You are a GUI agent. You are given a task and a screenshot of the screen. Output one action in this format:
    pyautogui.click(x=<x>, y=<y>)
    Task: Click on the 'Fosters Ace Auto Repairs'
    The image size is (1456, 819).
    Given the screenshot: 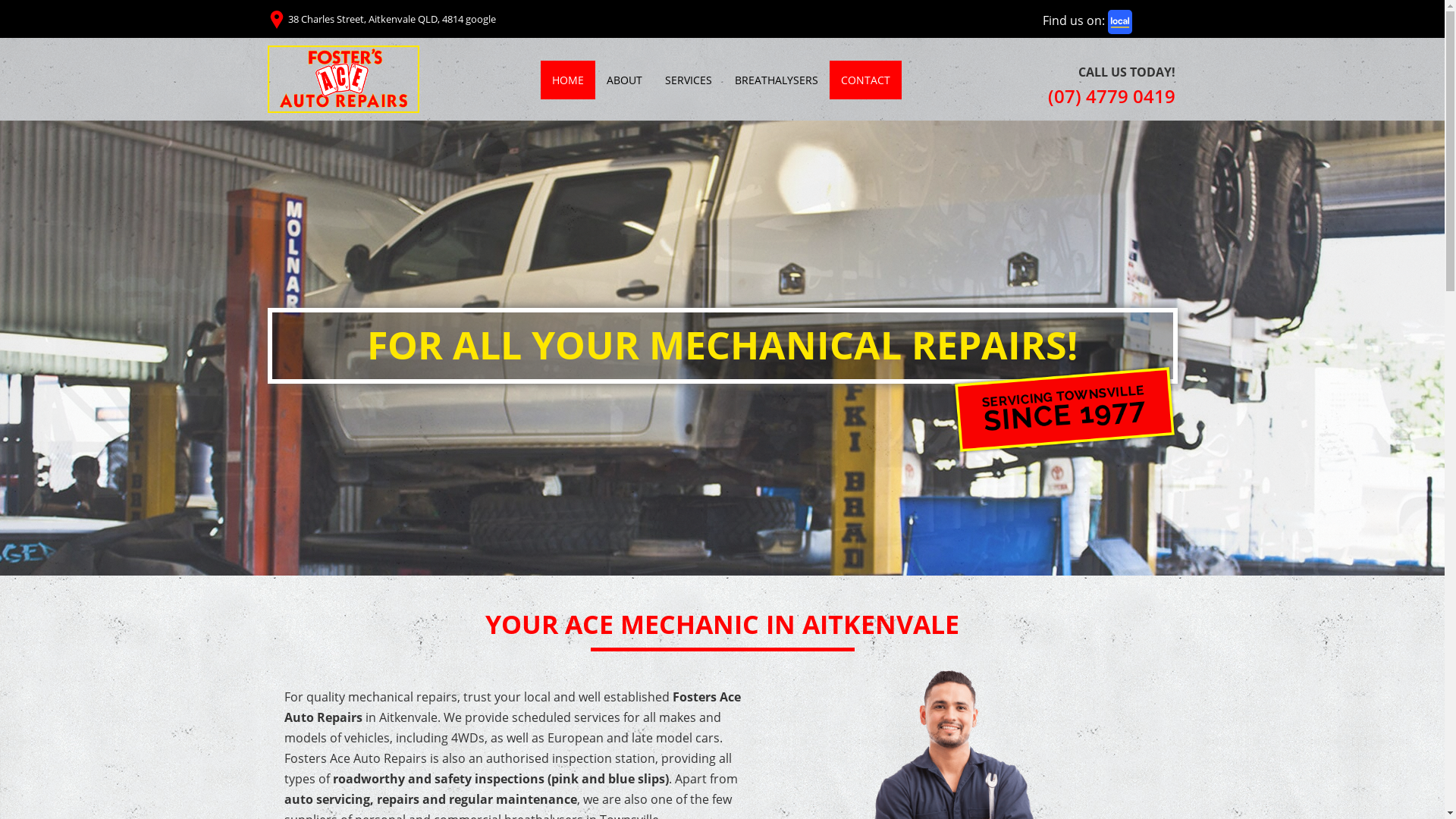 What is the action you would take?
    pyautogui.click(x=341, y=79)
    